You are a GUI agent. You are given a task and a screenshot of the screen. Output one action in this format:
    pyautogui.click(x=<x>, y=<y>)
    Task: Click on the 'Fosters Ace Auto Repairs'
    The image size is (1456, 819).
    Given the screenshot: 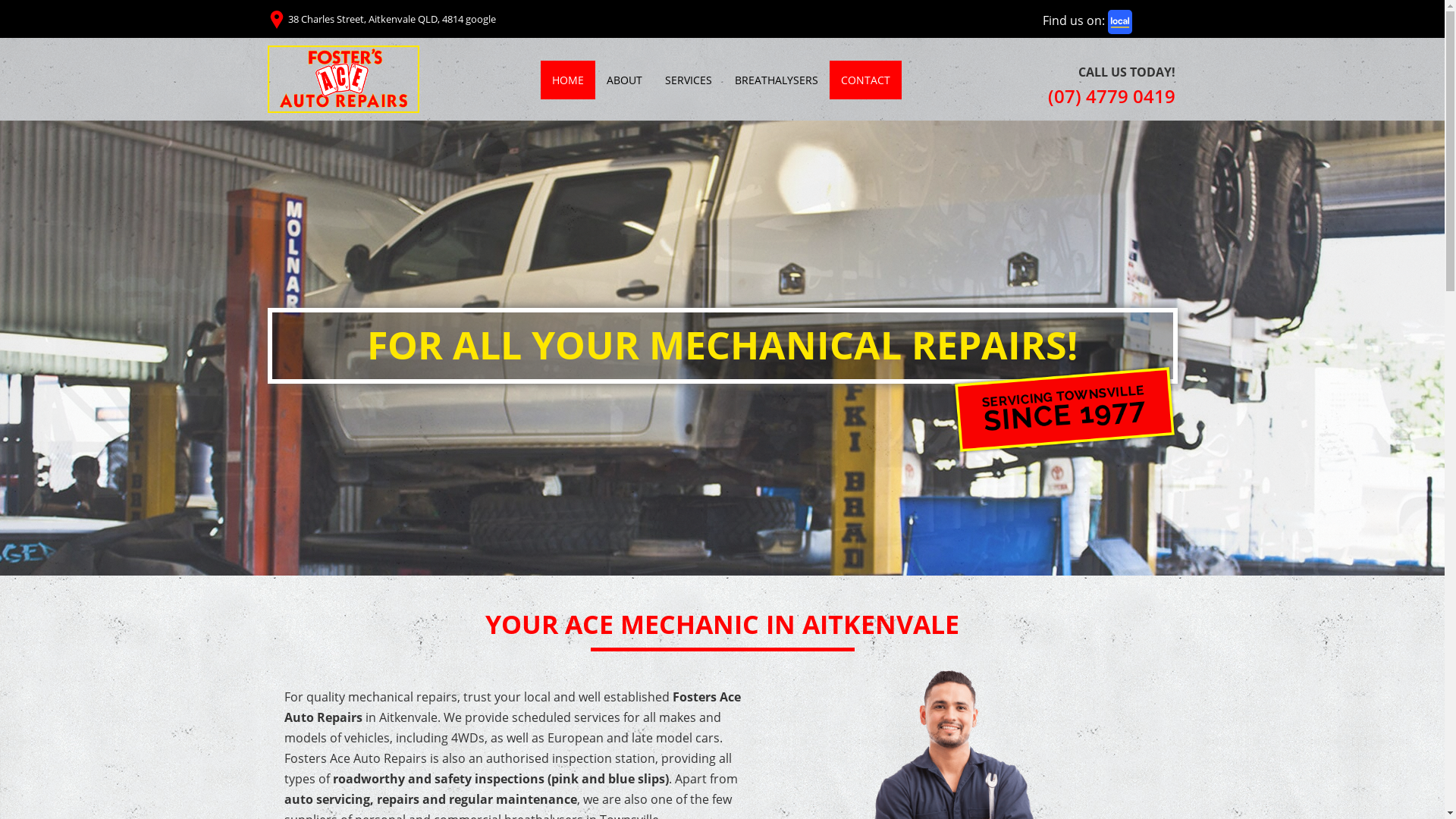 What is the action you would take?
    pyautogui.click(x=341, y=79)
    